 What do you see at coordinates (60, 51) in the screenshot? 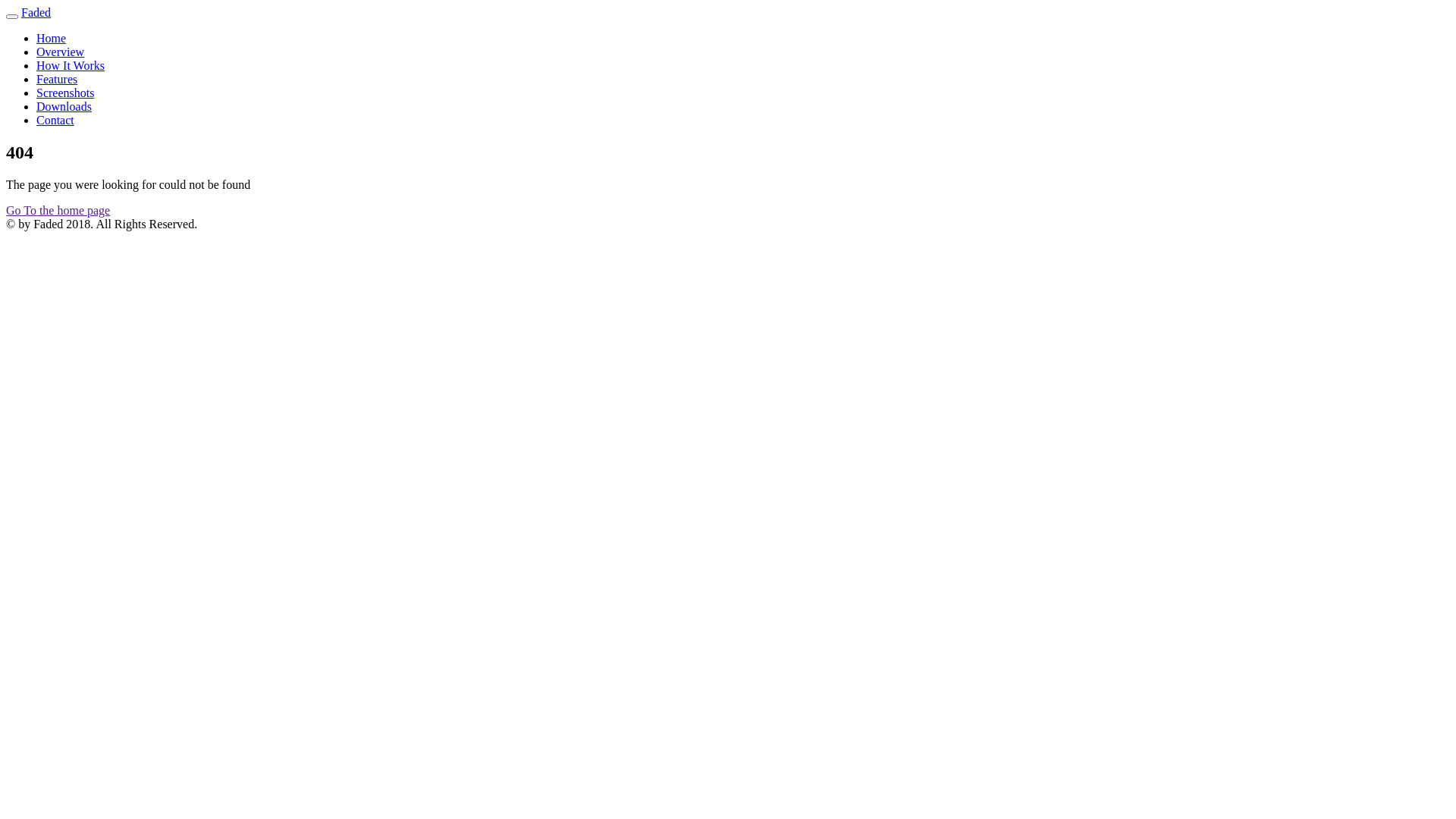
I see `'Overview'` at bounding box center [60, 51].